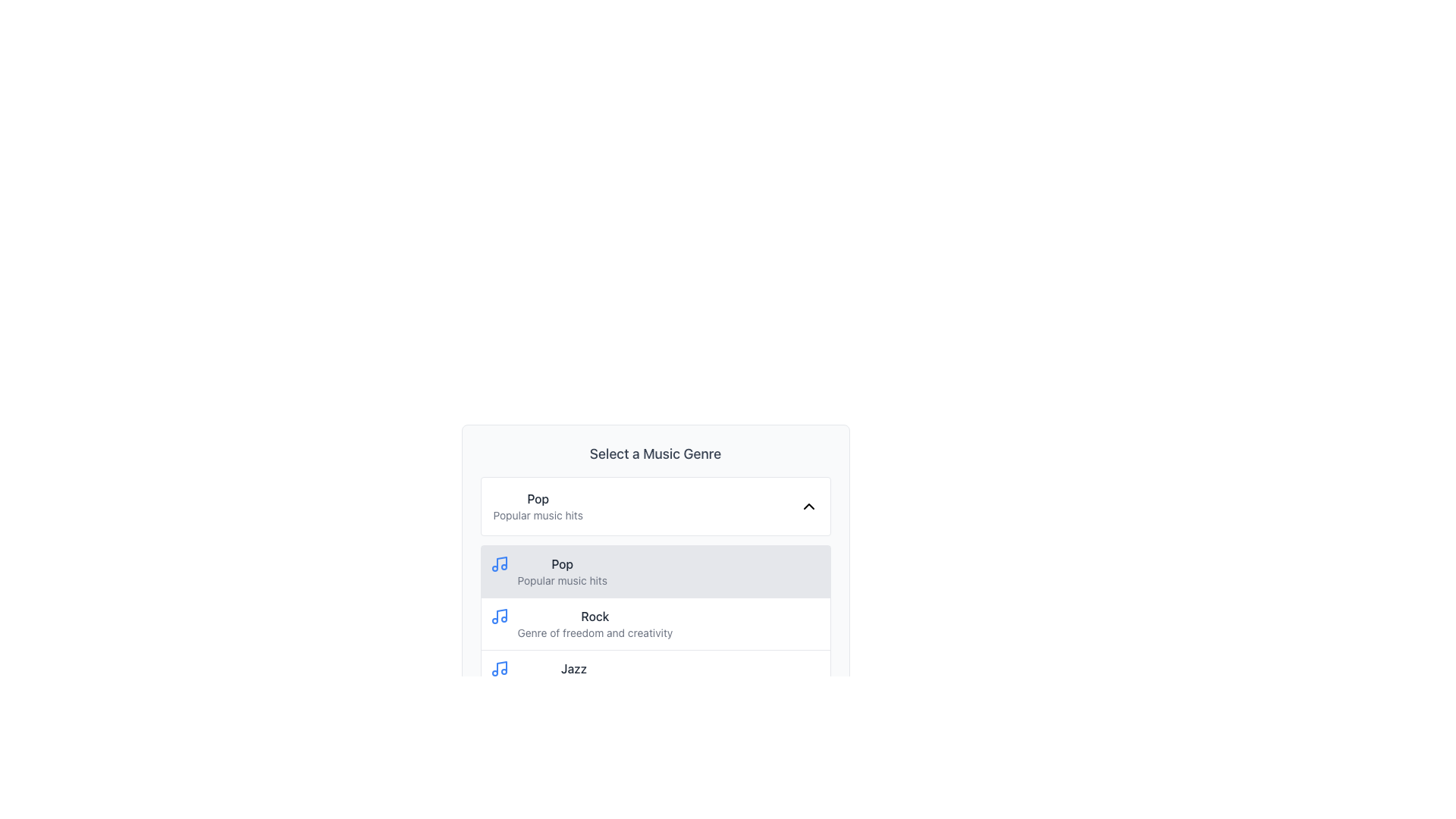  What do you see at coordinates (501, 563) in the screenshot?
I see `the Graphical Icon that represents the 'Pop' music genre, which is the first symbol in a group of genre graphics located to the left of the text label 'Pop' in a dropdown menu` at bounding box center [501, 563].